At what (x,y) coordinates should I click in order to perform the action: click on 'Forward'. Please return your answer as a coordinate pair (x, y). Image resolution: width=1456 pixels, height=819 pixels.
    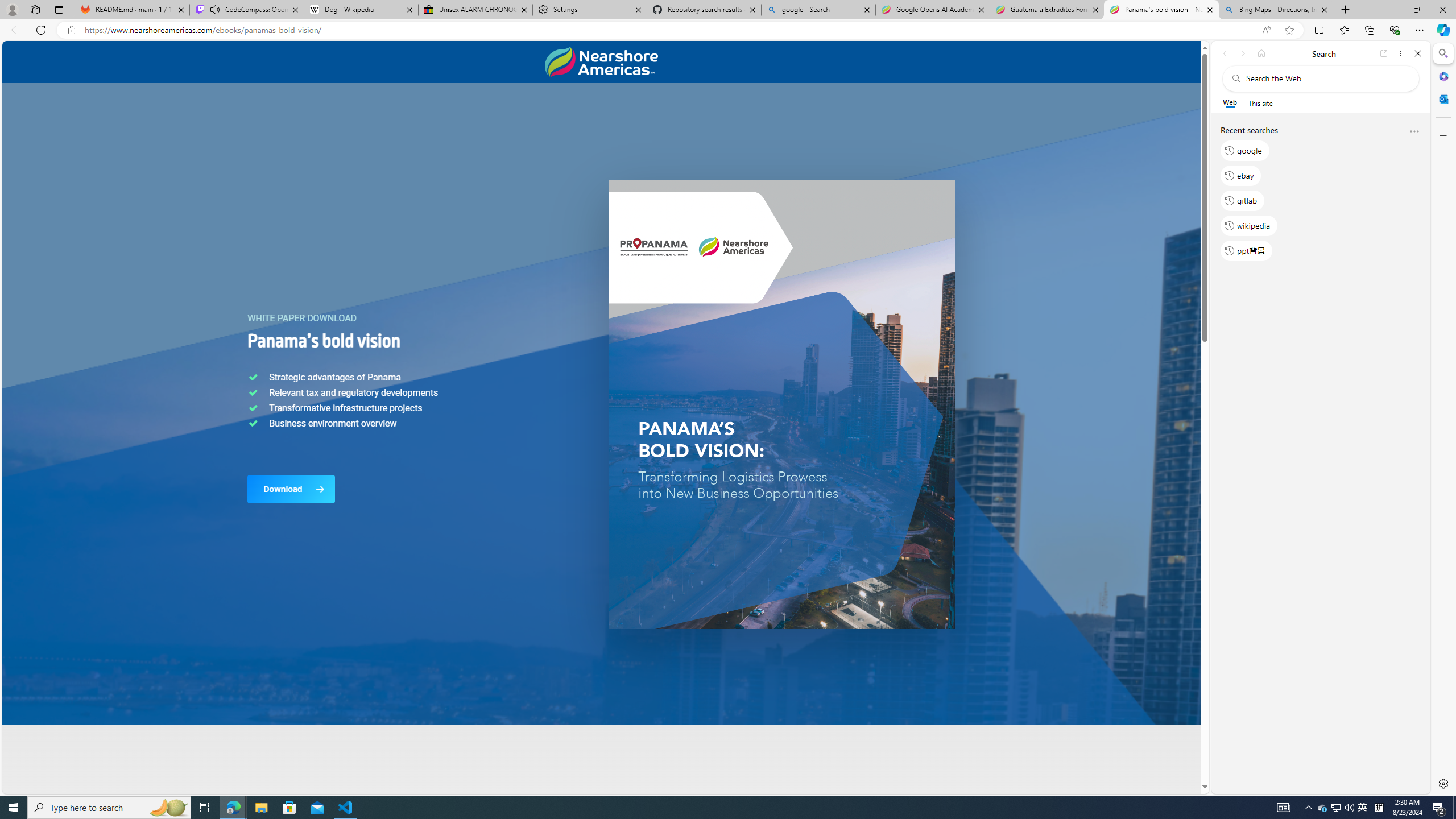
    Looking at the image, I should click on (1242, 53).